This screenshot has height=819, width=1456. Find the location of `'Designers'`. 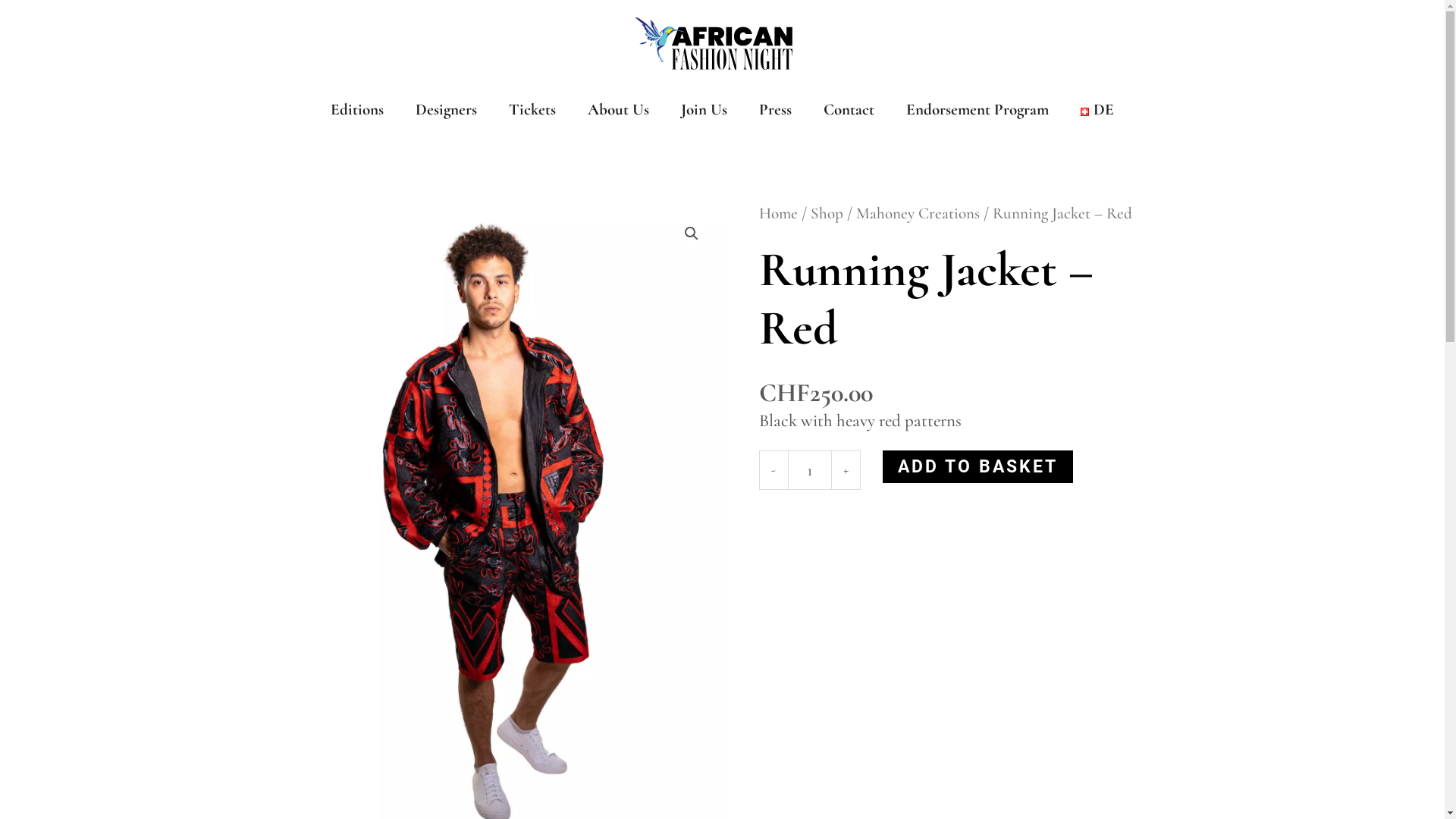

'Designers' is located at coordinates (445, 109).